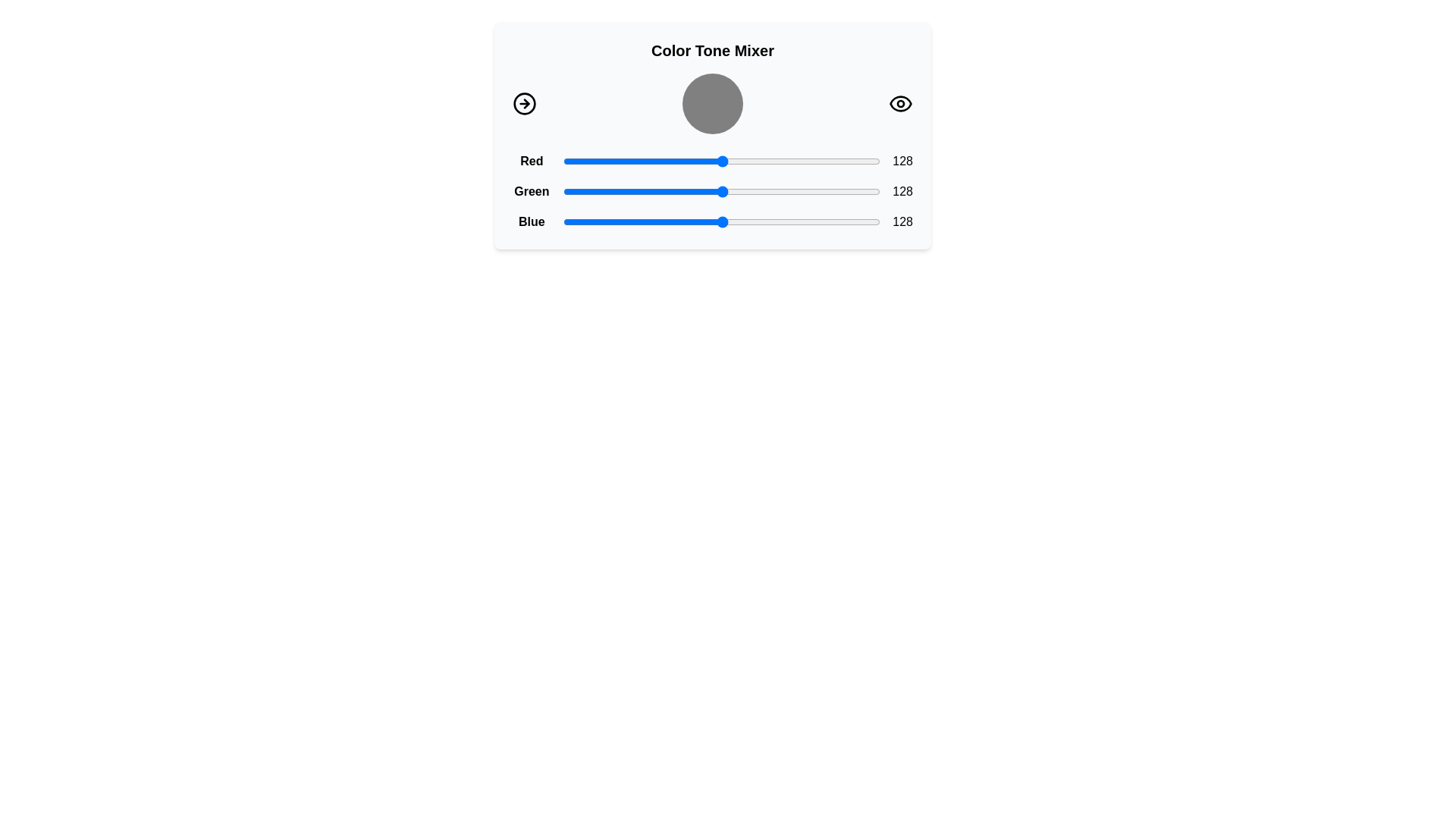  Describe the element at coordinates (648, 161) in the screenshot. I see `the red component` at that location.